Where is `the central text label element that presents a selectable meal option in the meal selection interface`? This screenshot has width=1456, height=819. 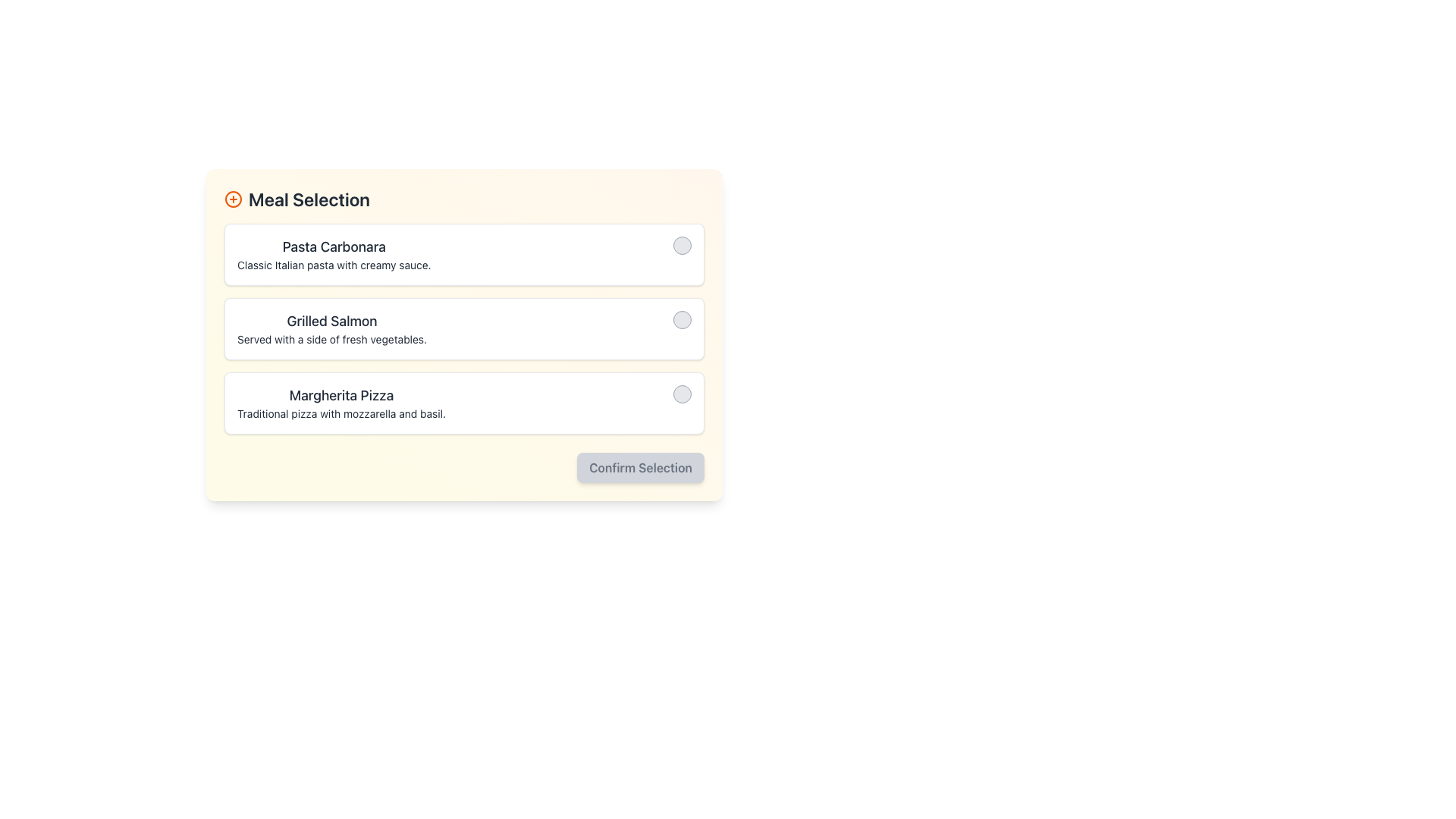 the central text label element that presents a selectable meal option in the meal selection interface is located at coordinates (331, 328).